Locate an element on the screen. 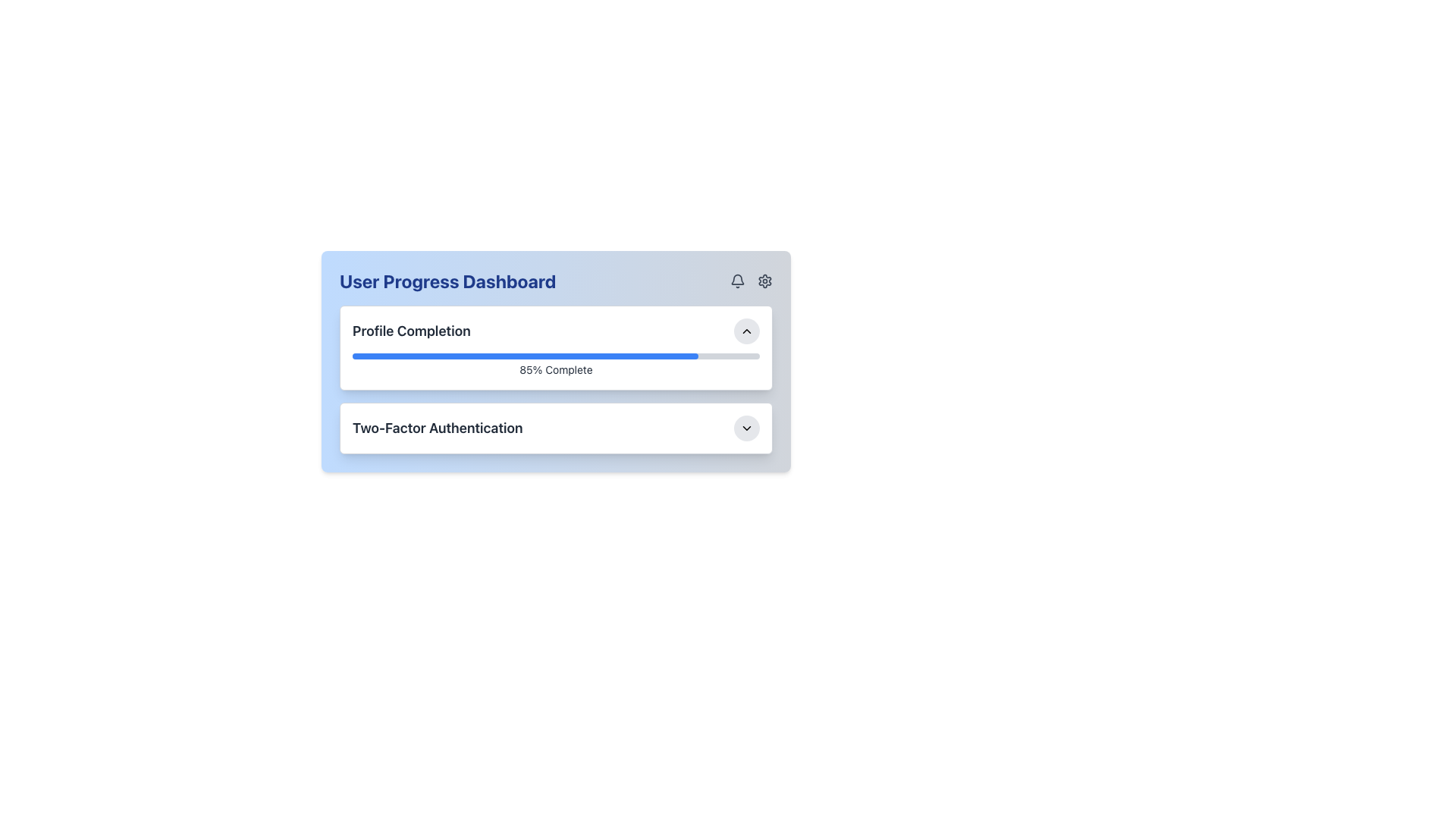 The image size is (1456, 819). the Text Label that displays the user's completion percentage, located below the progress bar in the 'Profile Completion' section of the 'User Progress Dashboard' is located at coordinates (555, 370).